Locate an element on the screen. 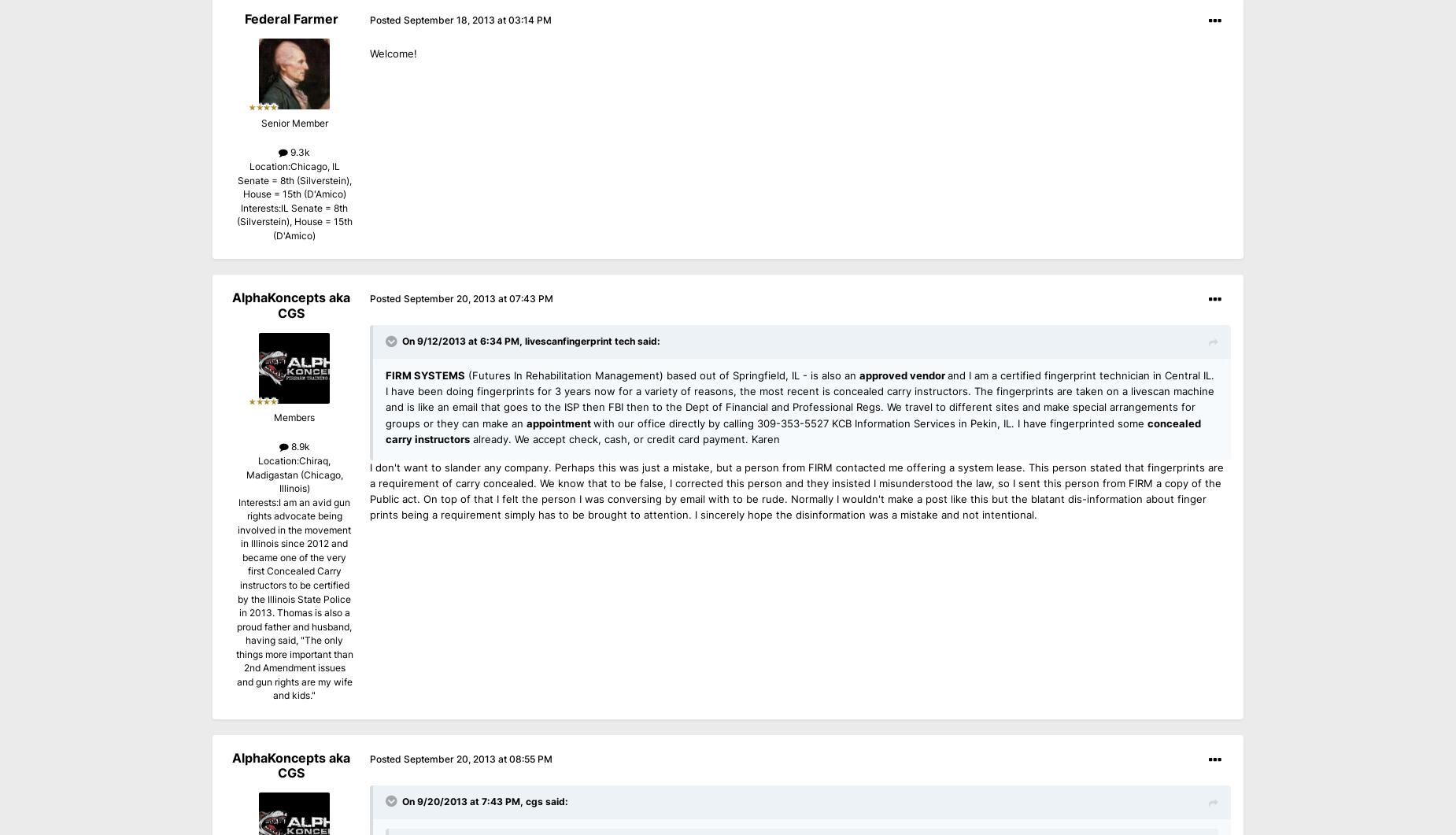 This screenshot has width=1456, height=835. 'September 20, 2013 at 08:55  PM' is located at coordinates (404, 758).